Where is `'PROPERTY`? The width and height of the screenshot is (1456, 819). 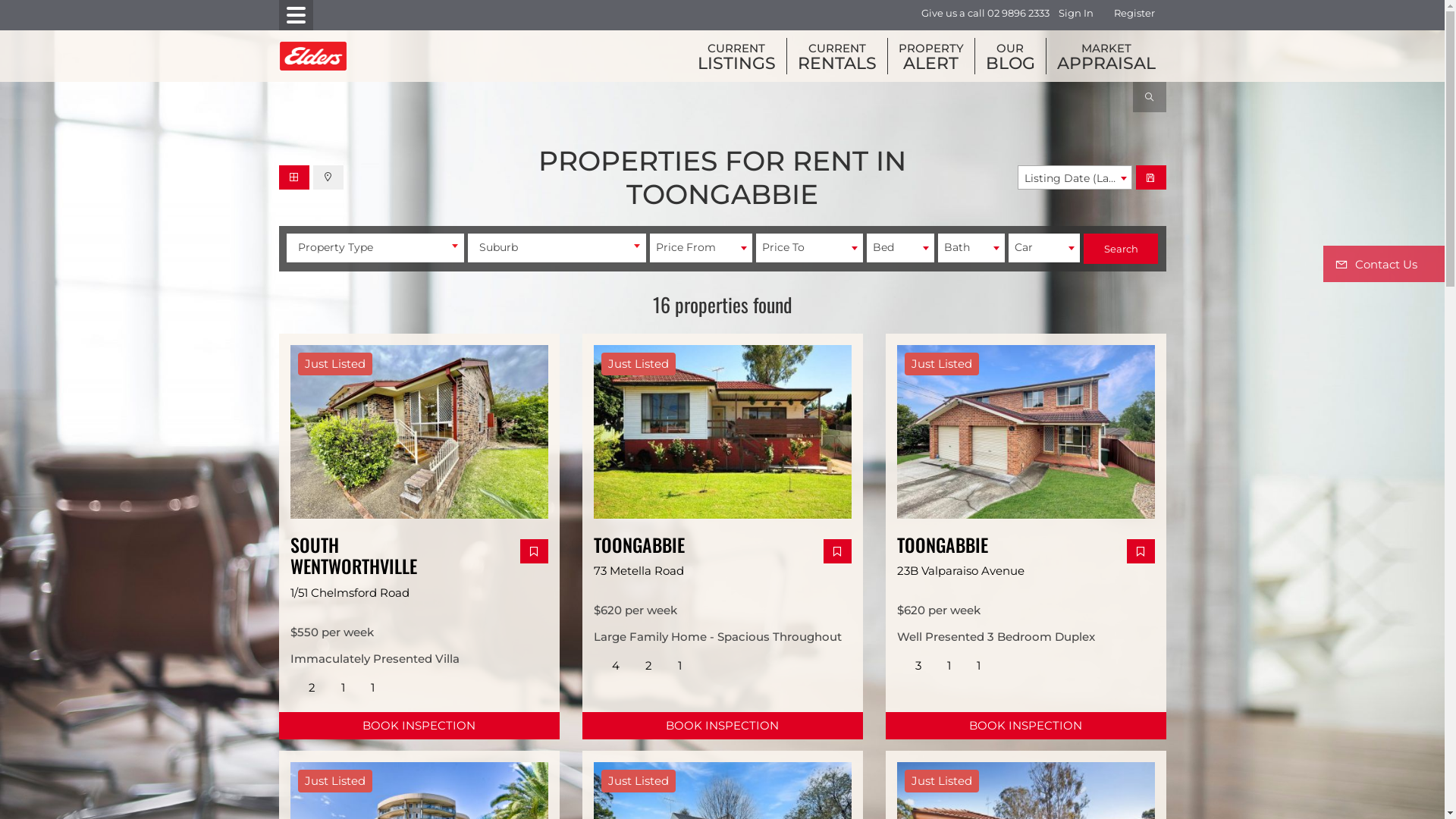 'PROPERTY is located at coordinates (930, 55).